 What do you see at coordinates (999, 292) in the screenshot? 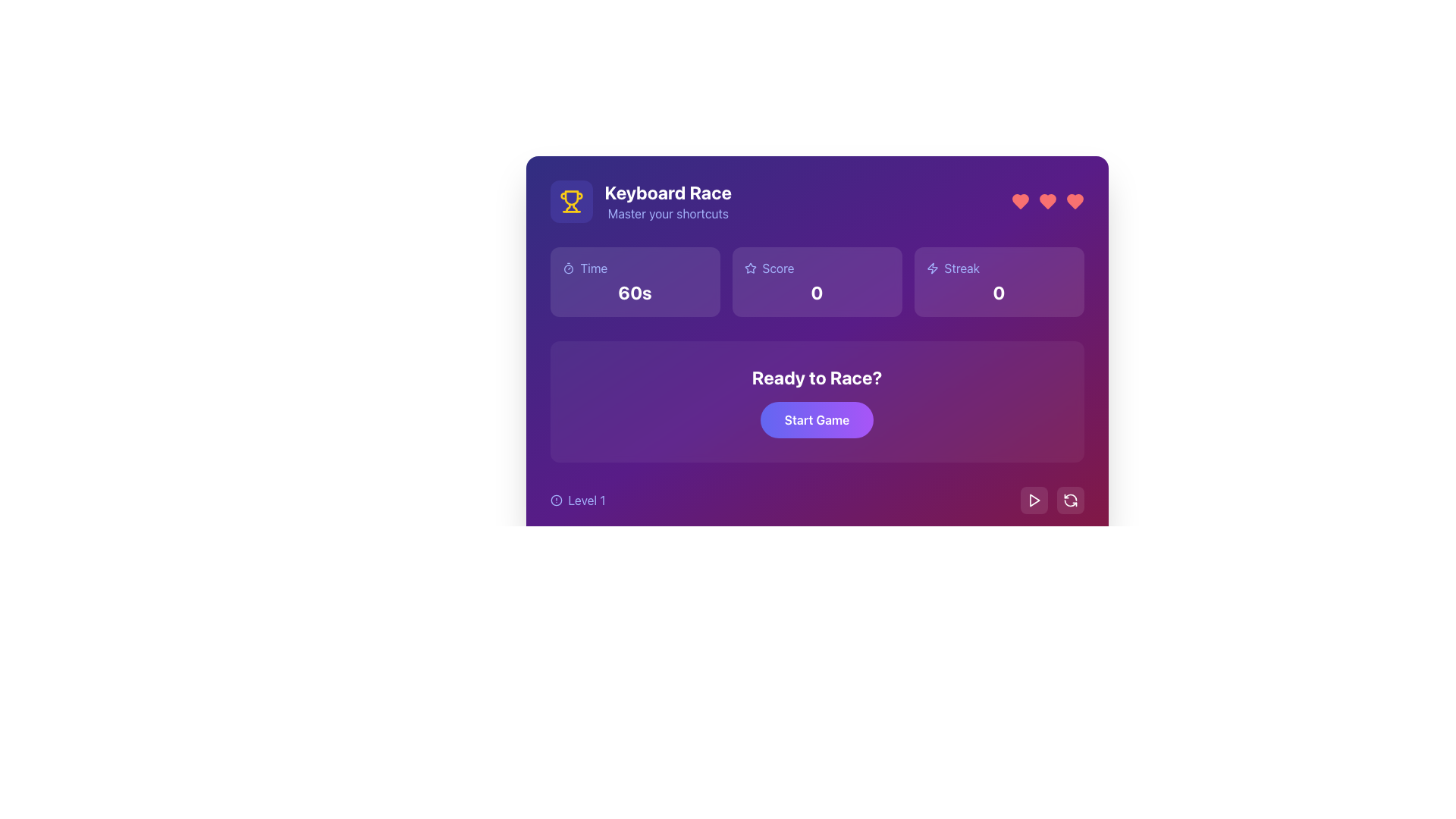
I see `the bold number '0' displayed in white font on a purple background within the 'Streak' card in the top-right quadrant of the interface` at bounding box center [999, 292].